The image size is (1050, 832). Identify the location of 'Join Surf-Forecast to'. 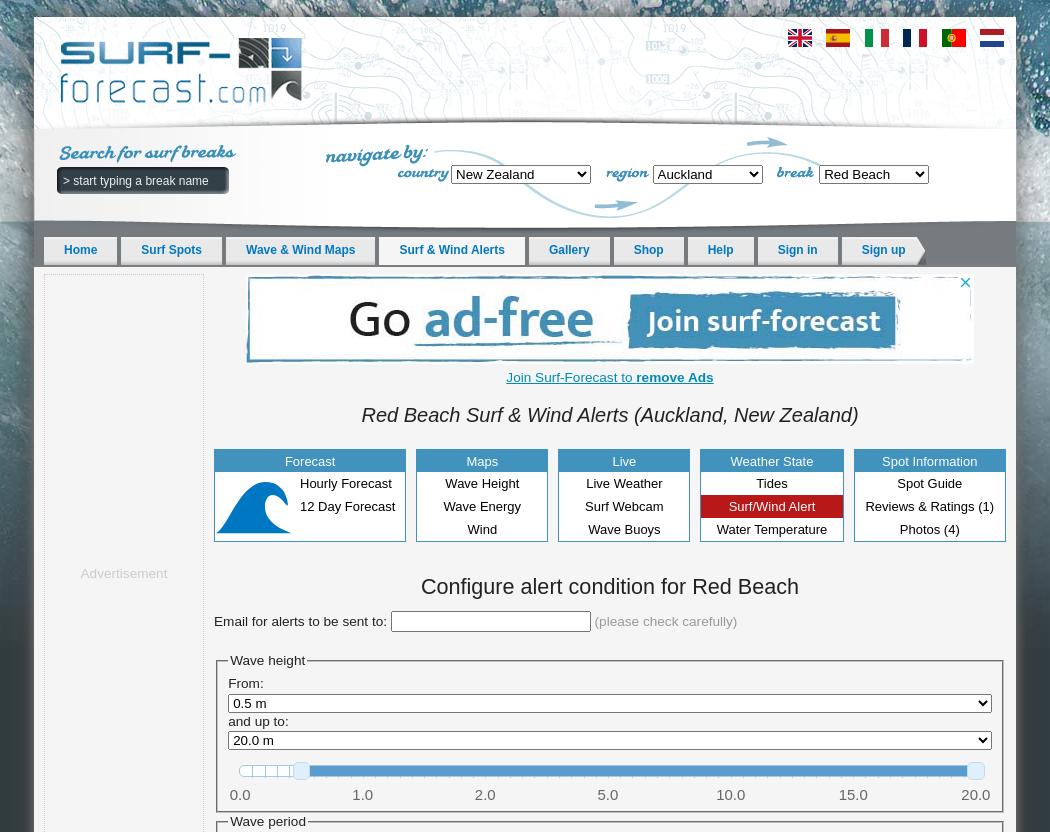
(569, 376).